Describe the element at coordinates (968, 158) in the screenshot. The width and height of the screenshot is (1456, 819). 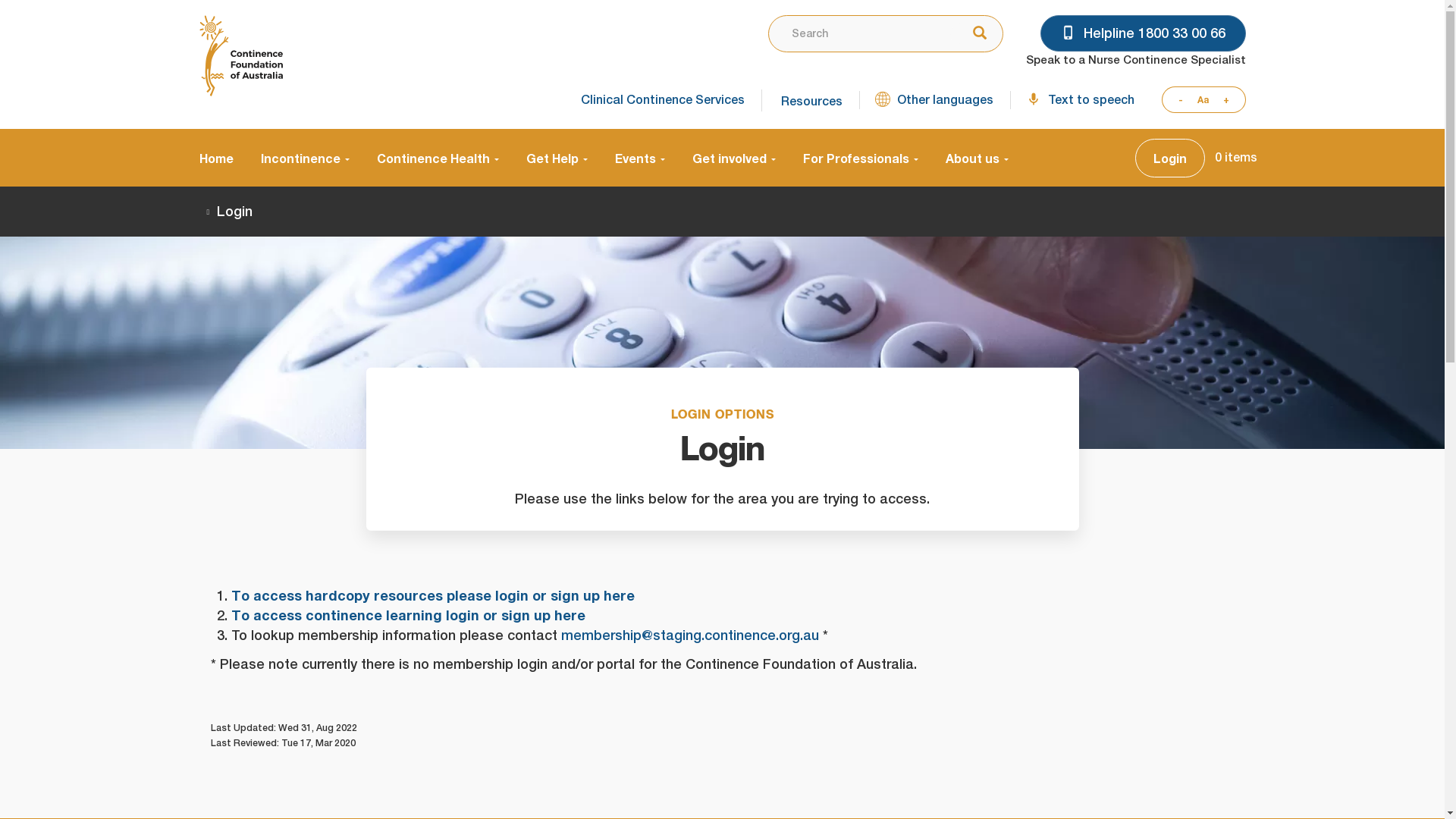
I see `'About us'` at that location.